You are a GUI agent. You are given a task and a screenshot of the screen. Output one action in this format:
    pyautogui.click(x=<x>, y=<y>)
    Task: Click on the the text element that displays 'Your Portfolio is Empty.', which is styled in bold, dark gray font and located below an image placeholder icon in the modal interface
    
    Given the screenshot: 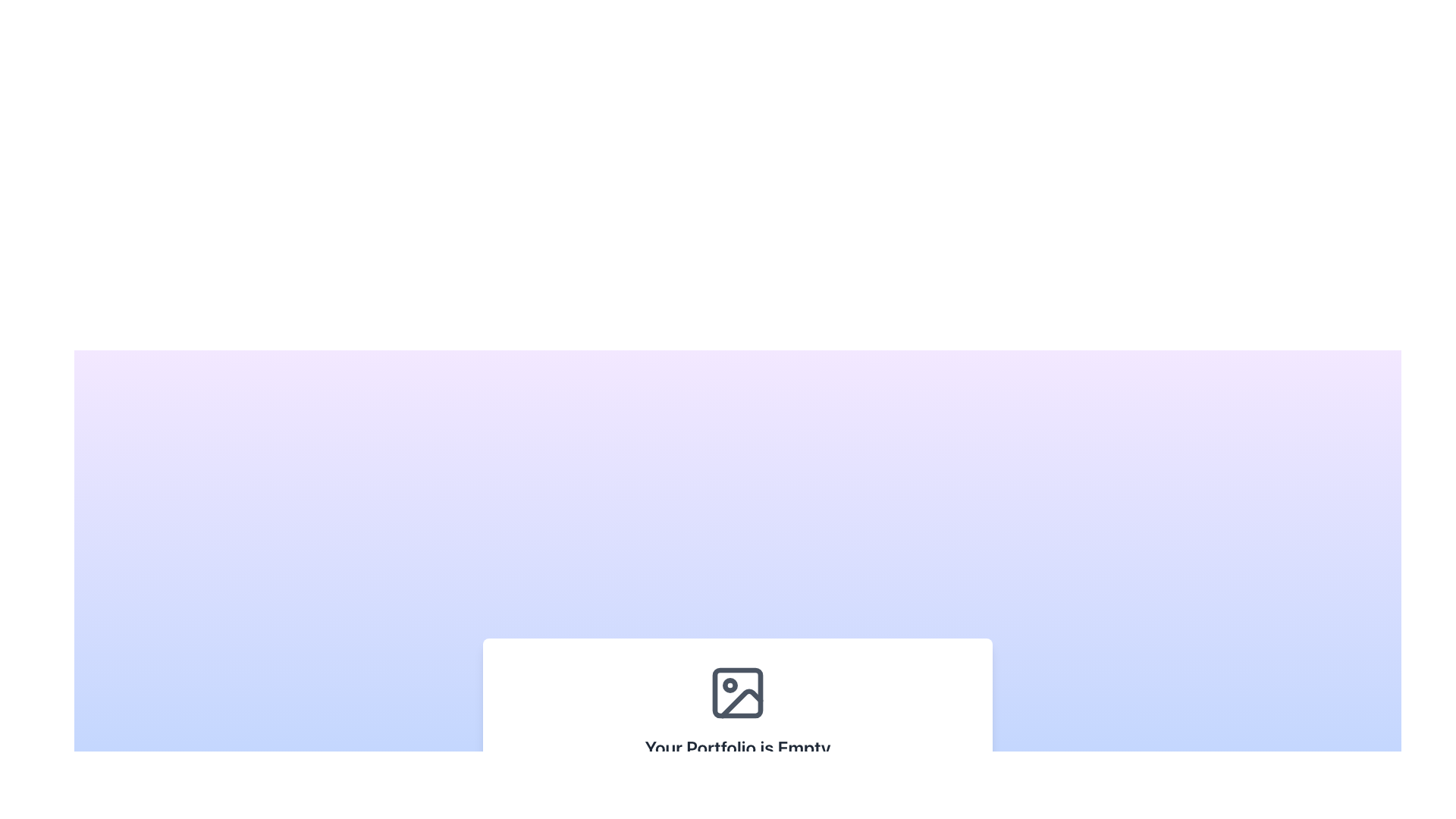 What is the action you would take?
    pyautogui.click(x=738, y=747)
    